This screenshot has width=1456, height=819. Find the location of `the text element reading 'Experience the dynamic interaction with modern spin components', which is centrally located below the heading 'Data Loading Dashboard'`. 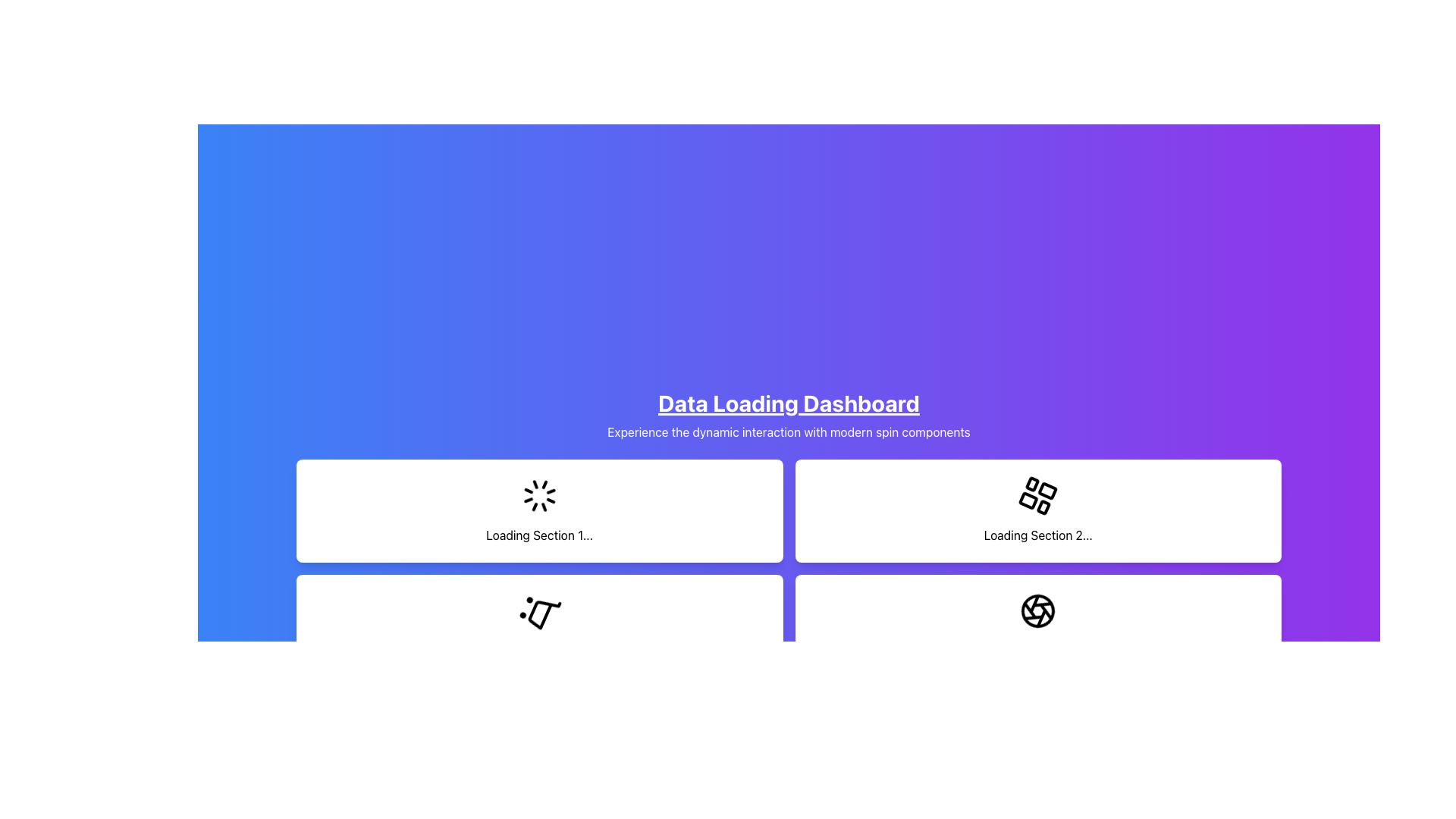

the text element reading 'Experience the dynamic interaction with modern spin components', which is centrally located below the heading 'Data Loading Dashboard' is located at coordinates (789, 432).